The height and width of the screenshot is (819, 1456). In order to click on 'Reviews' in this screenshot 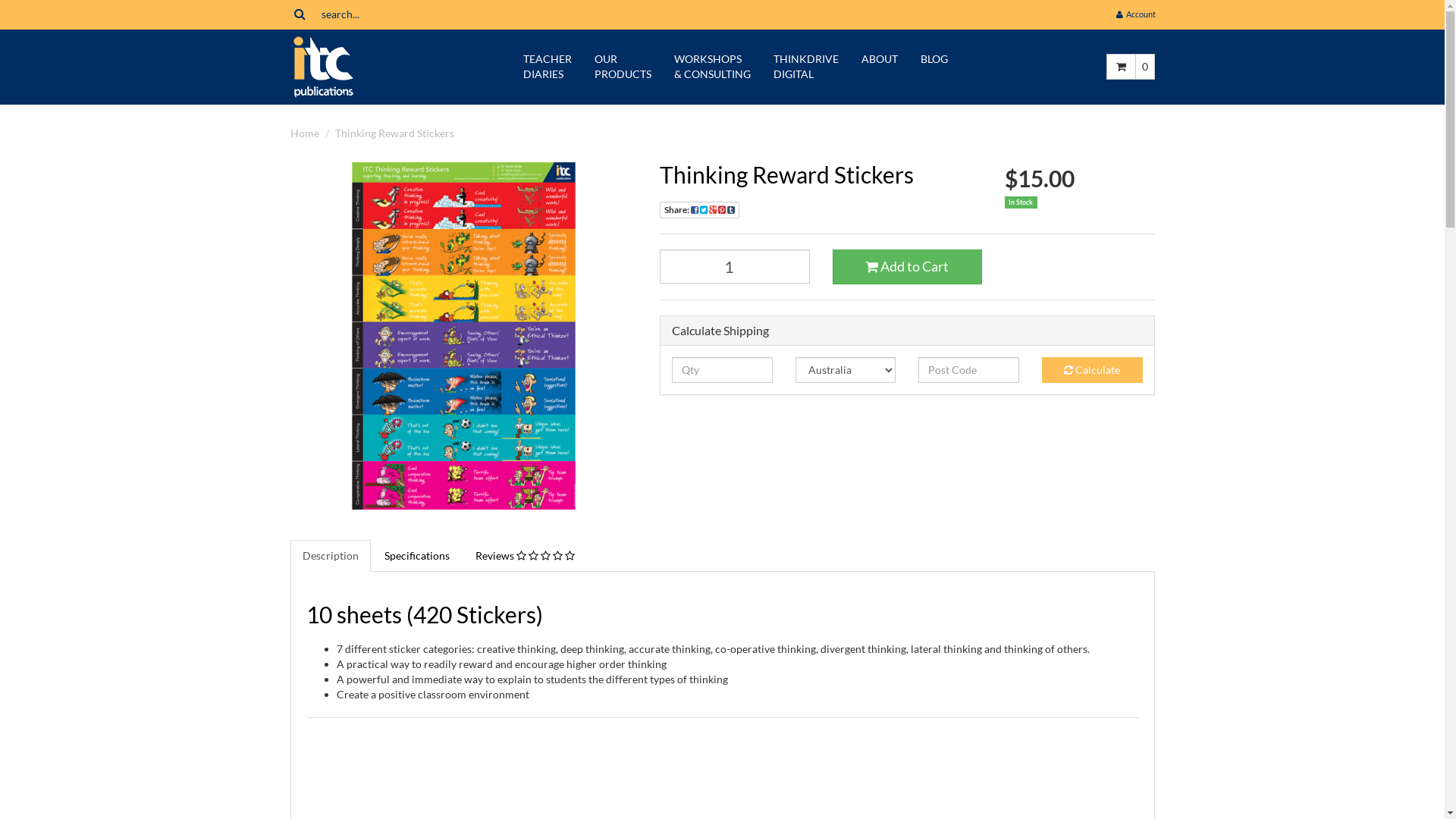, I will do `click(524, 555)`.